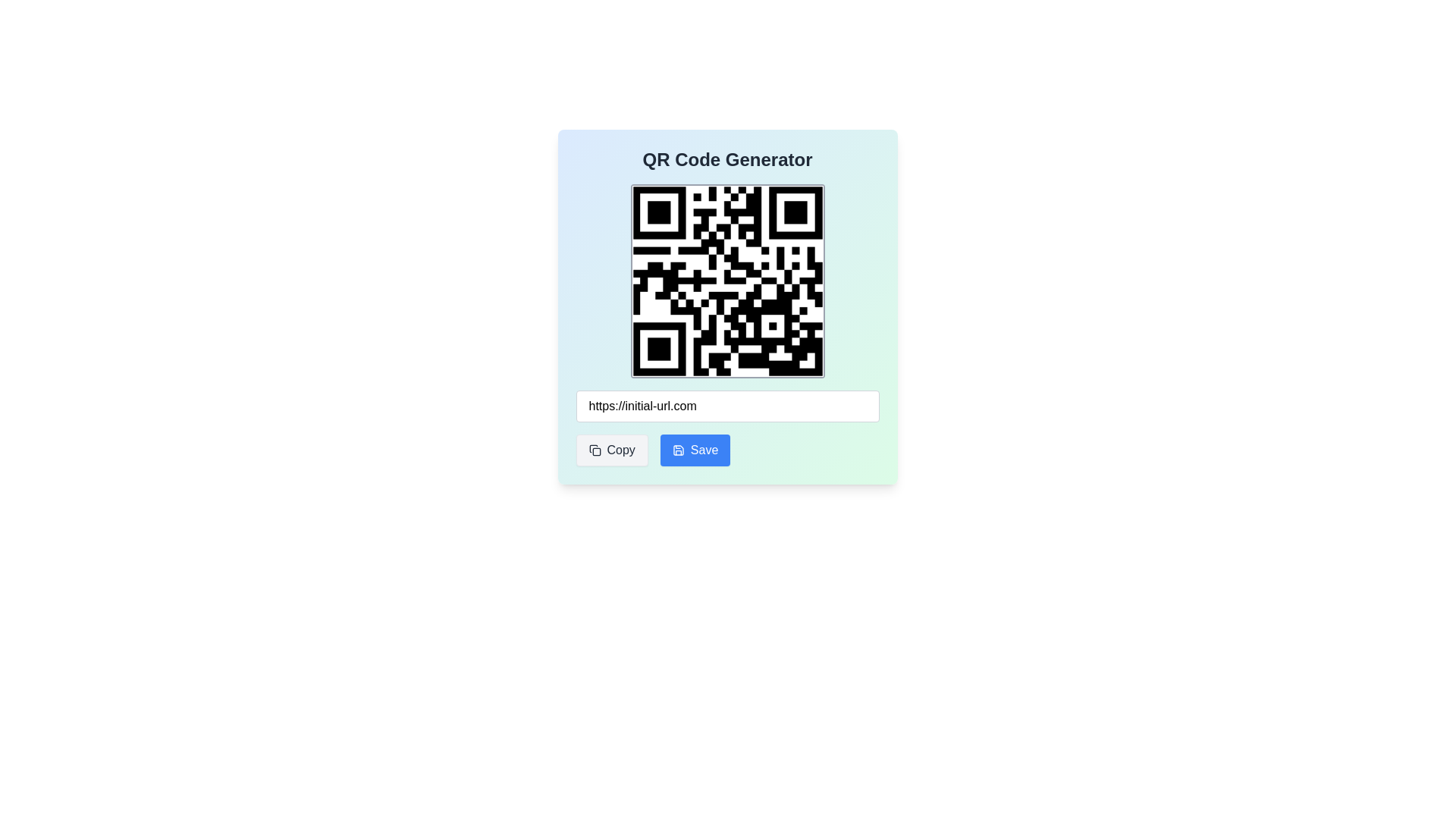 This screenshot has width=1456, height=819. What do you see at coordinates (677, 450) in the screenshot?
I see `the save icon, which is a minimalist floppy disk graphic located on the left side of the 'Save' button within the QR code generator interface` at bounding box center [677, 450].